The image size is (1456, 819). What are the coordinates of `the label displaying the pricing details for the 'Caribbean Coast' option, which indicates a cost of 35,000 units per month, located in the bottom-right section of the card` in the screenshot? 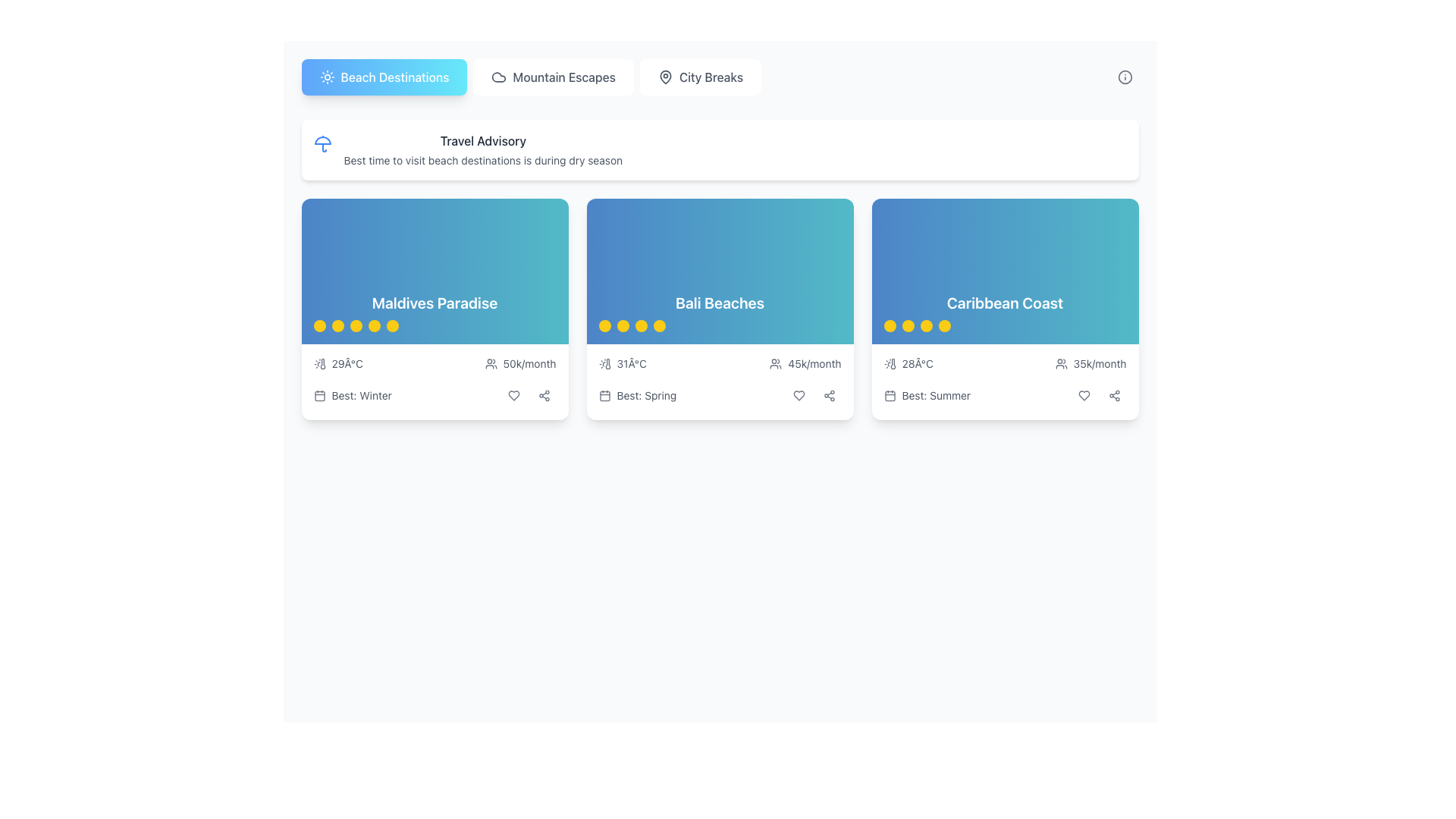 It's located at (1090, 363).